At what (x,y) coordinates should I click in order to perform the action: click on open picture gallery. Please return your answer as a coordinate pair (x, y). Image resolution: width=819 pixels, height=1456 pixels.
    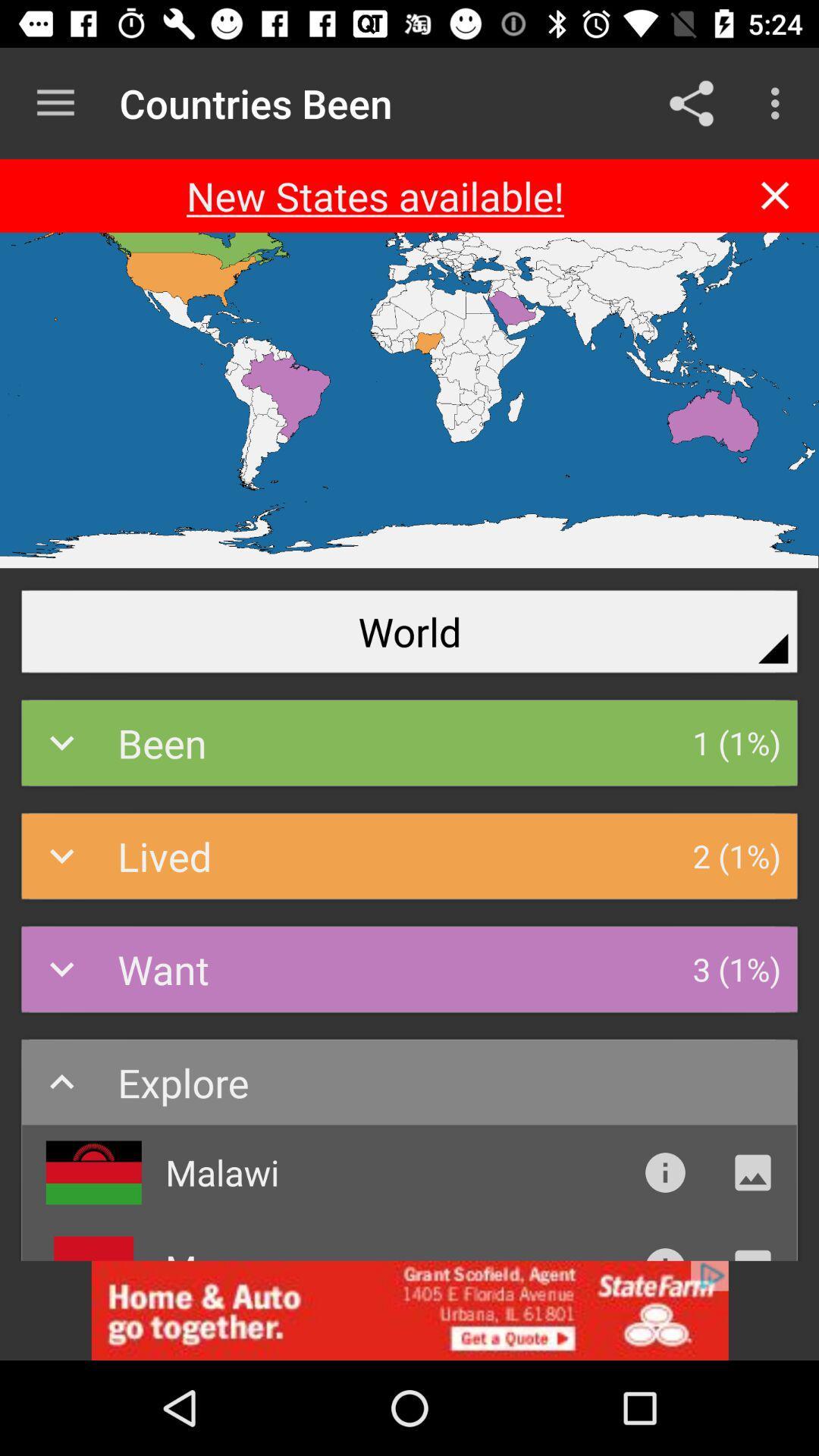
    Looking at the image, I should click on (752, 1172).